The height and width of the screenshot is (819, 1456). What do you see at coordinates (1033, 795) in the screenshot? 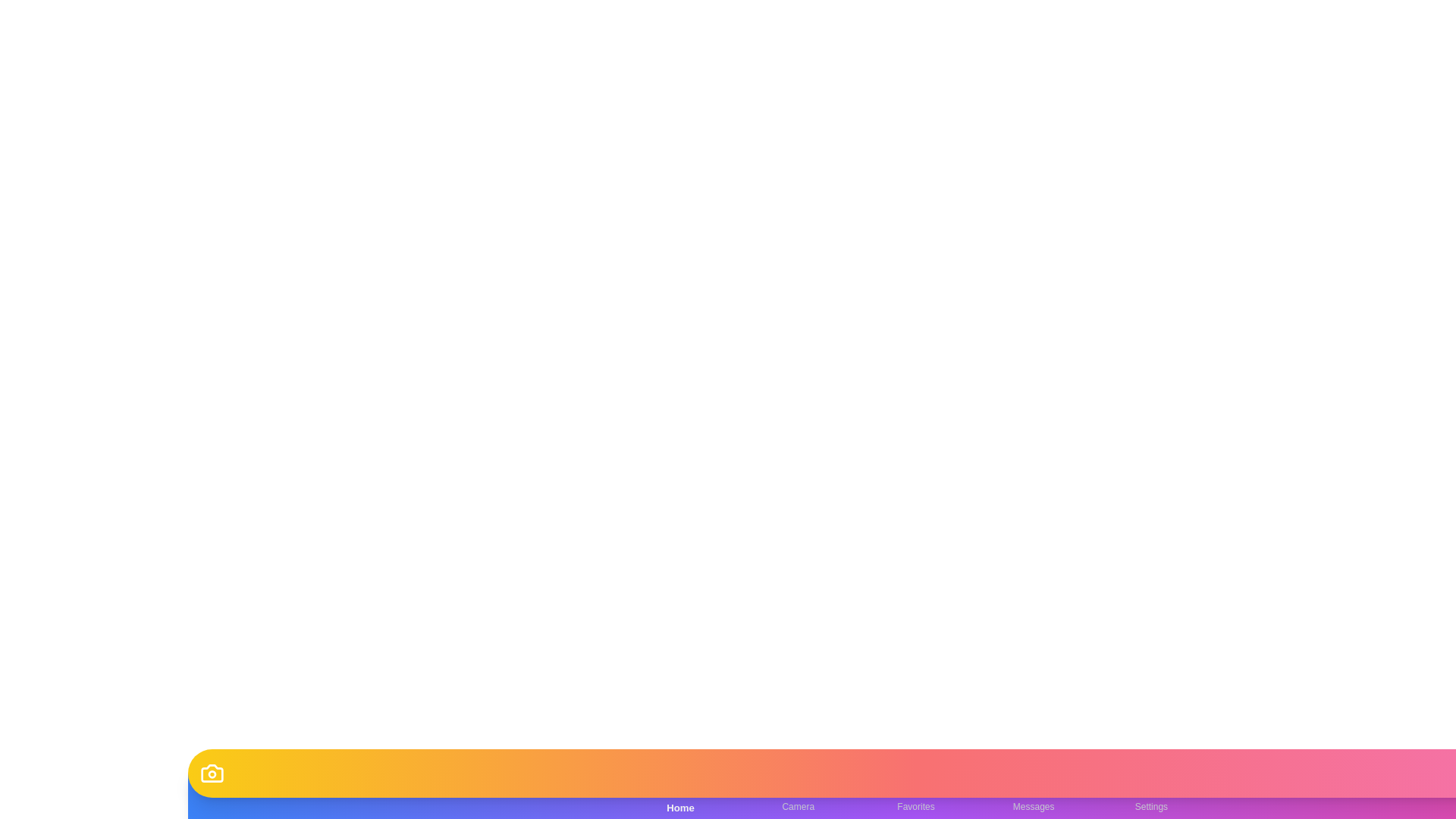
I see `the Messages tab in the bottom navigation bar` at bounding box center [1033, 795].